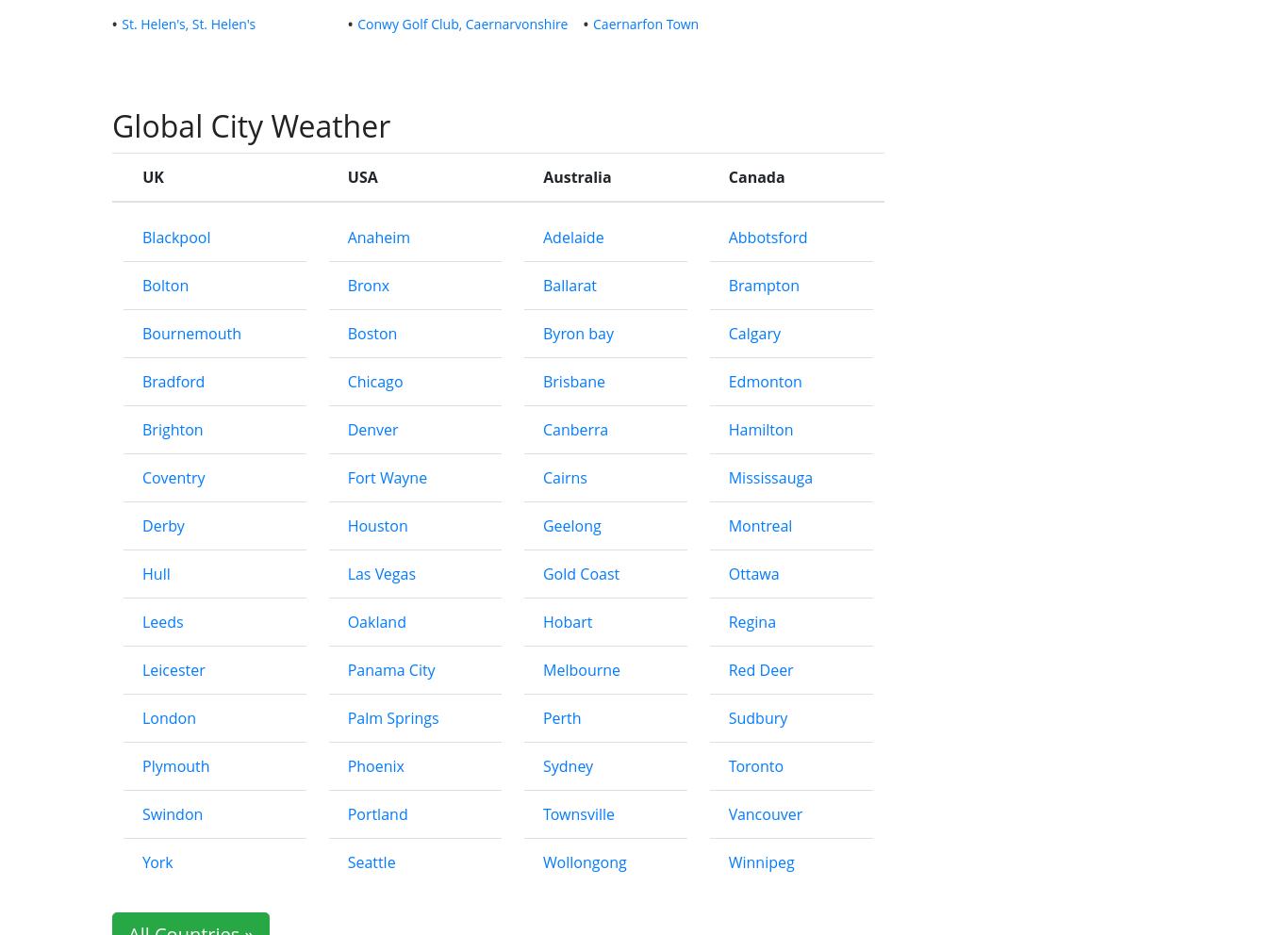 The width and height of the screenshot is (1288, 935). What do you see at coordinates (373, 381) in the screenshot?
I see `'Chicago'` at bounding box center [373, 381].